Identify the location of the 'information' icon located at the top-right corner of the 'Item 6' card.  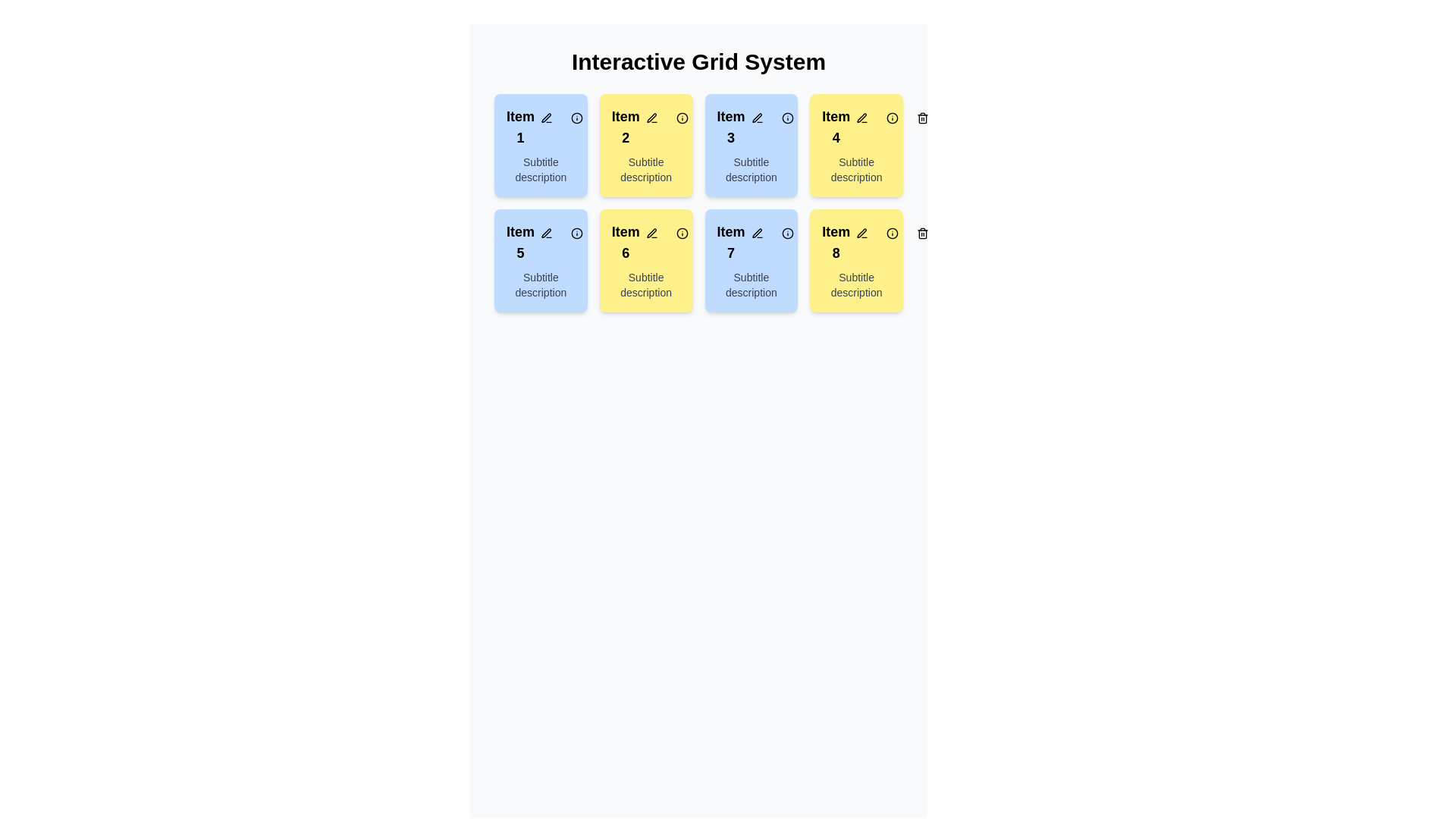
(681, 234).